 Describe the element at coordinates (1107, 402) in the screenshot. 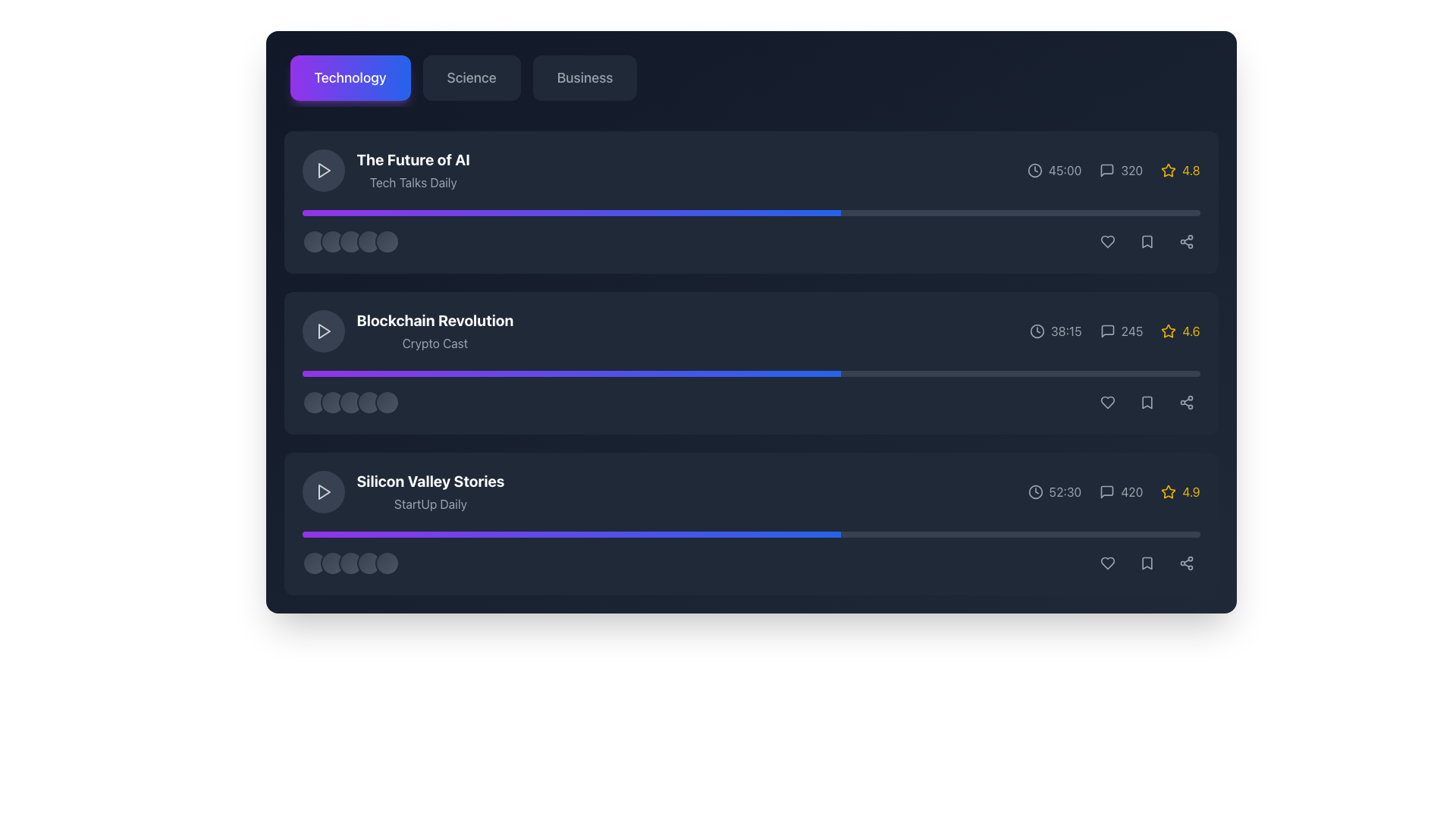

I see `the 'like' button located to the right of the interaction panel for the podcast titled 'Blockchain Revolution'` at that location.